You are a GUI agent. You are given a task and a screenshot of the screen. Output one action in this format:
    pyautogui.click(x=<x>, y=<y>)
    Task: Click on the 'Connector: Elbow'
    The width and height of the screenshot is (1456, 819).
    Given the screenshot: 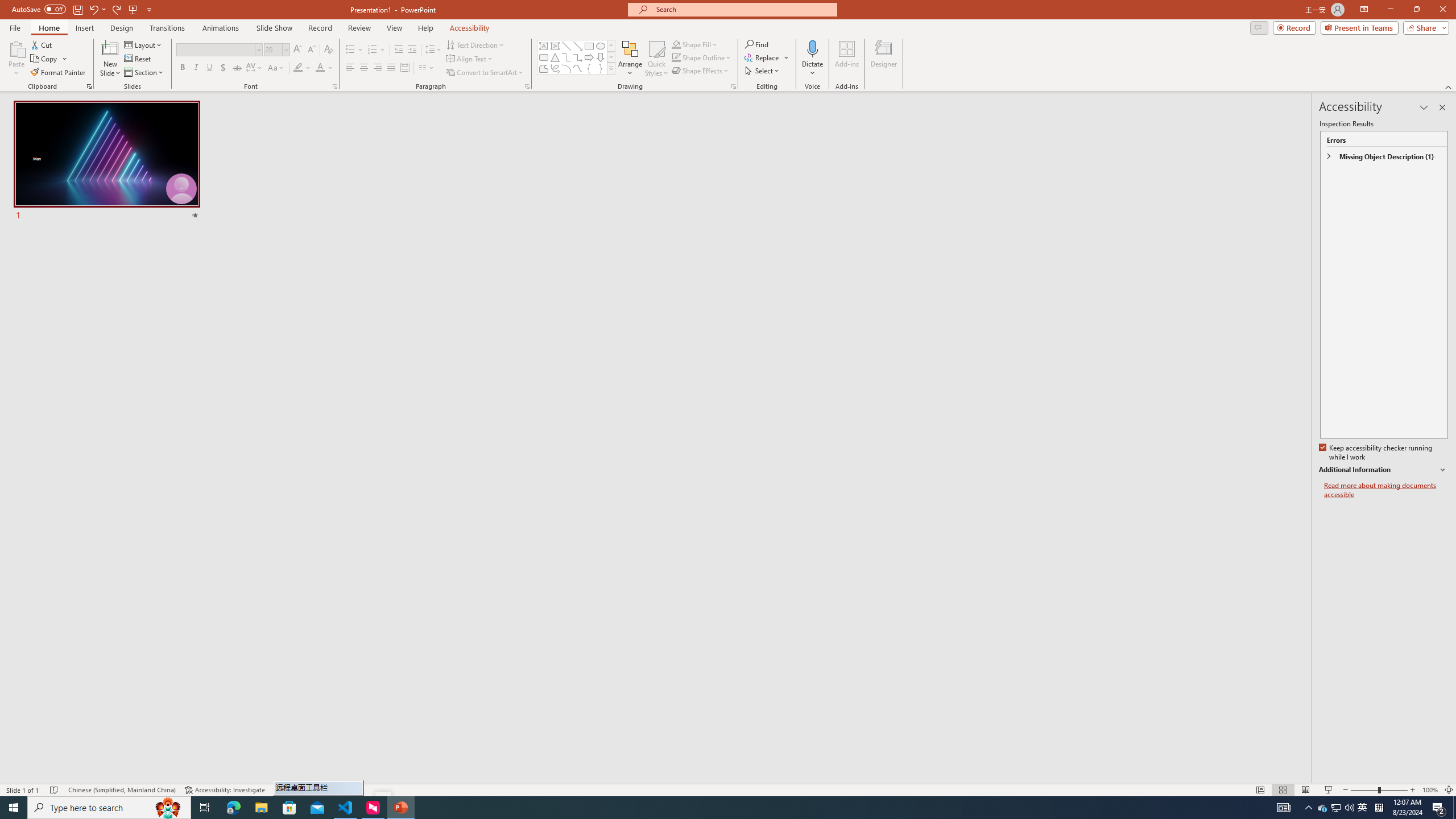 What is the action you would take?
    pyautogui.click(x=565, y=56)
    